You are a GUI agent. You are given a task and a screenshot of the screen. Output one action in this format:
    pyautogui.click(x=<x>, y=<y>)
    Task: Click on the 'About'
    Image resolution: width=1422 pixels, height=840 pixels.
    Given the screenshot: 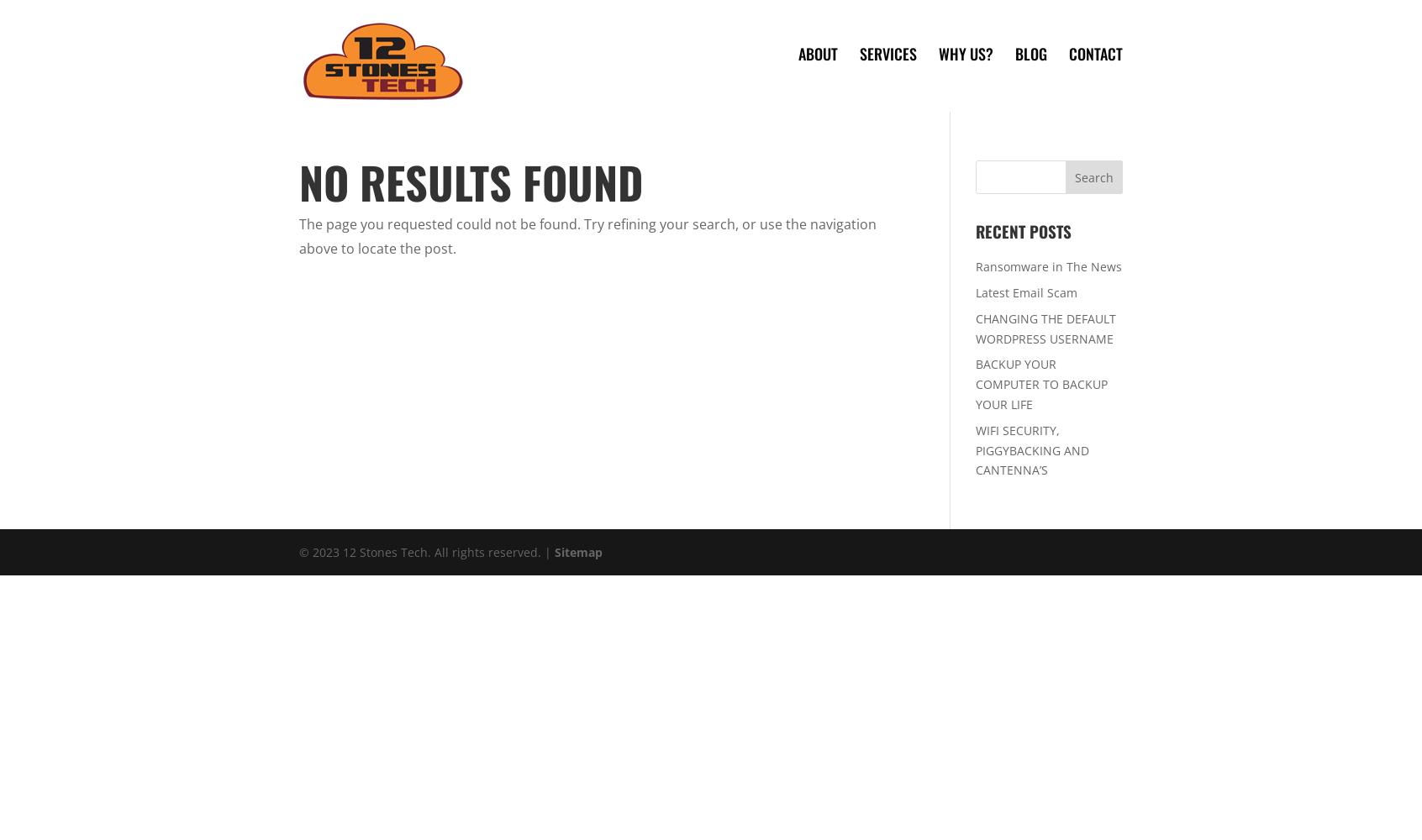 What is the action you would take?
    pyautogui.click(x=818, y=53)
    